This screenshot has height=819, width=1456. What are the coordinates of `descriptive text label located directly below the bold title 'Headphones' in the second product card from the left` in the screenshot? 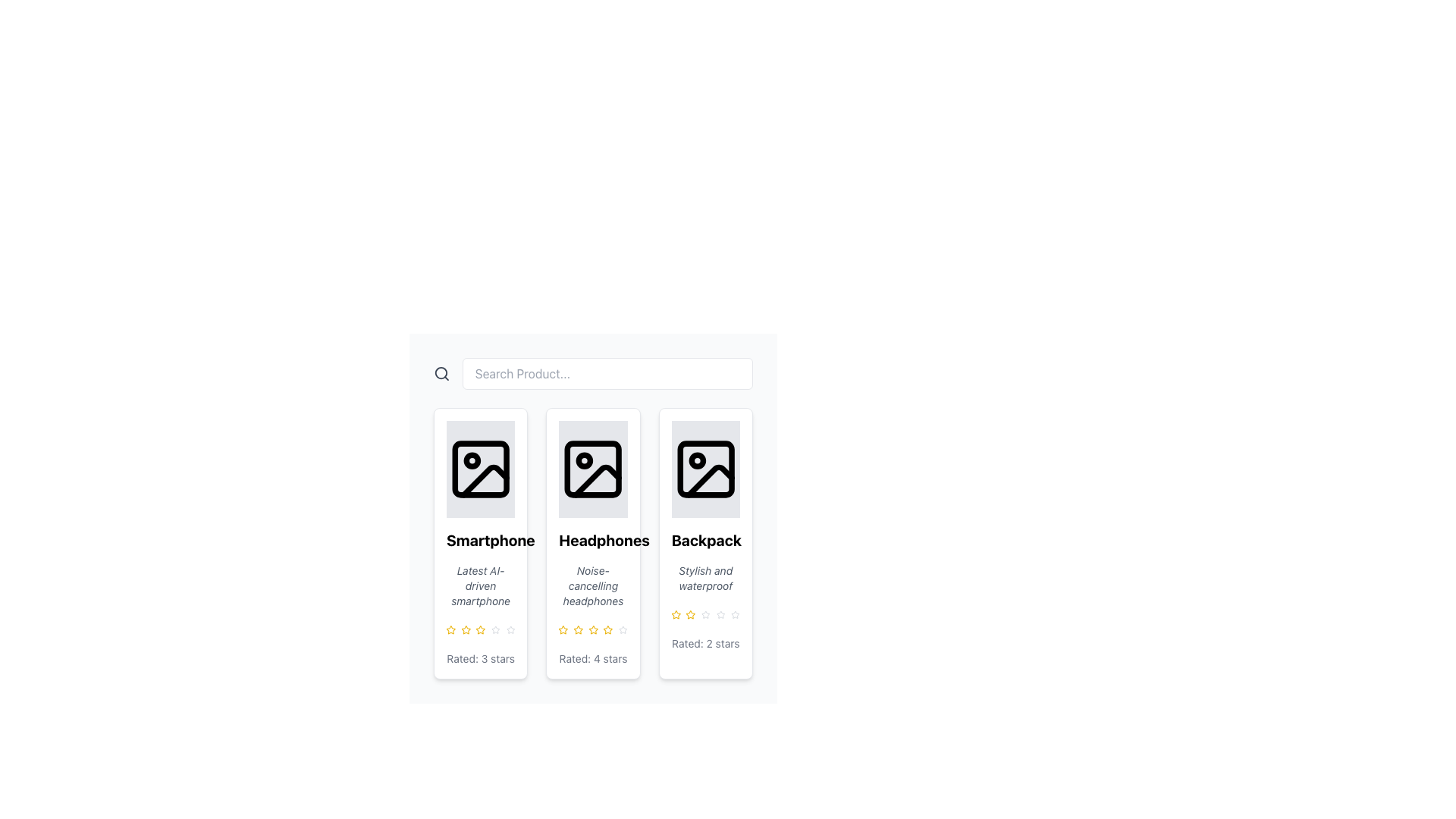 It's located at (592, 585).